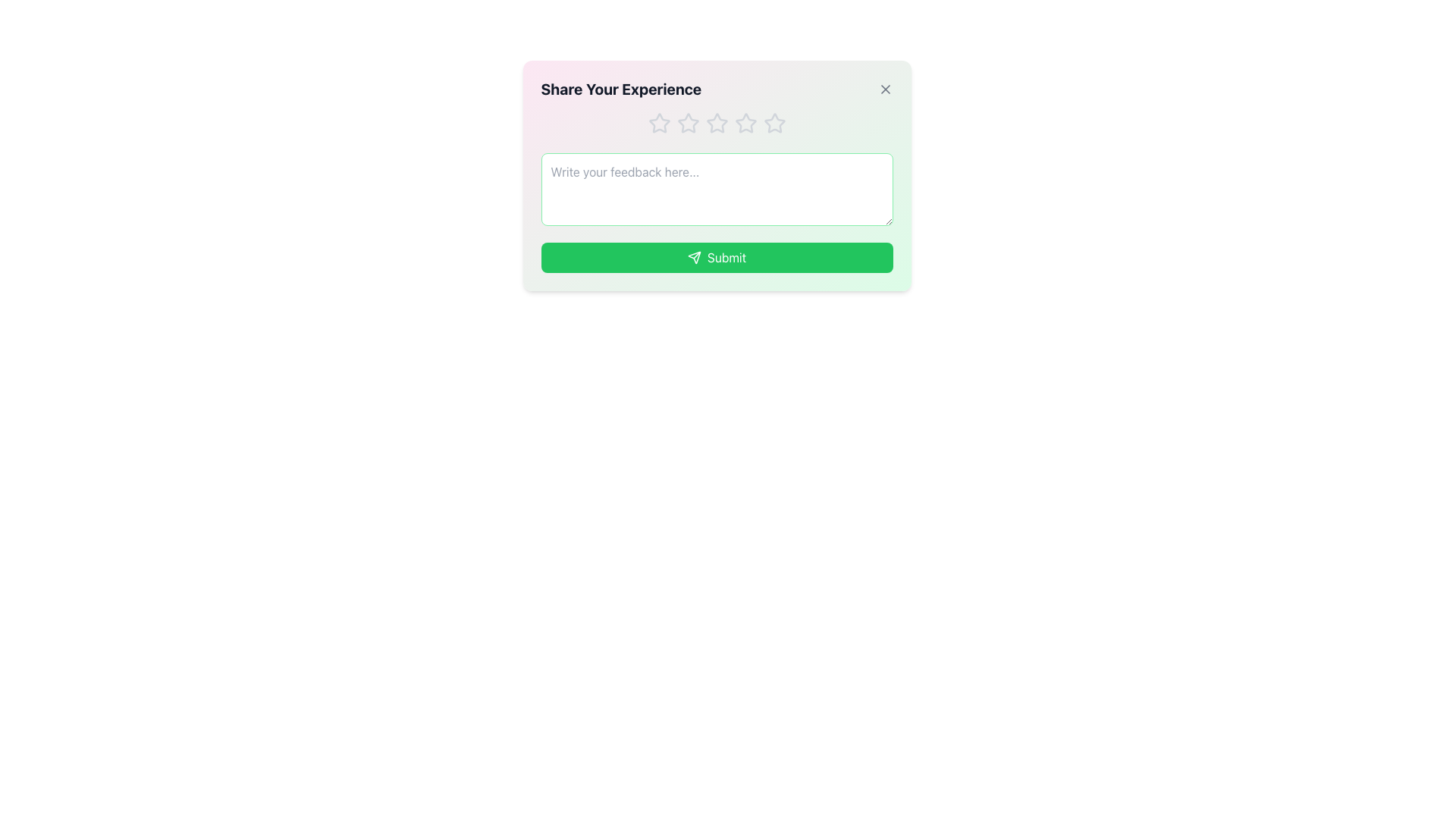 The width and height of the screenshot is (1456, 819). I want to click on the unselected star-shaped icon in the rating panel at the top of the feedback form, so click(659, 122).